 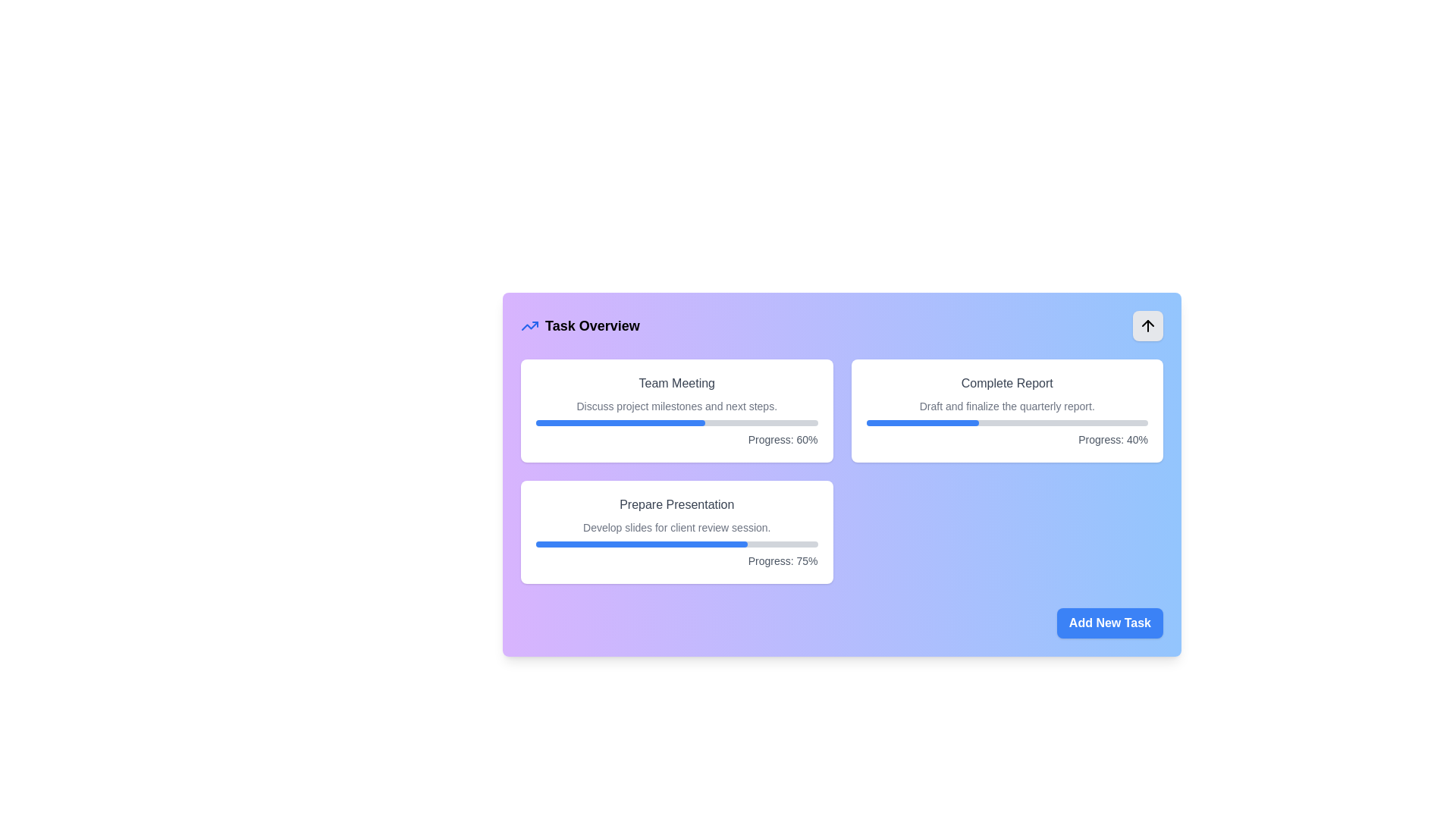 What do you see at coordinates (588, 543) in the screenshot?
I see `the progress of the 'Prepare Presentation' task` at bounding box center [588, 543].